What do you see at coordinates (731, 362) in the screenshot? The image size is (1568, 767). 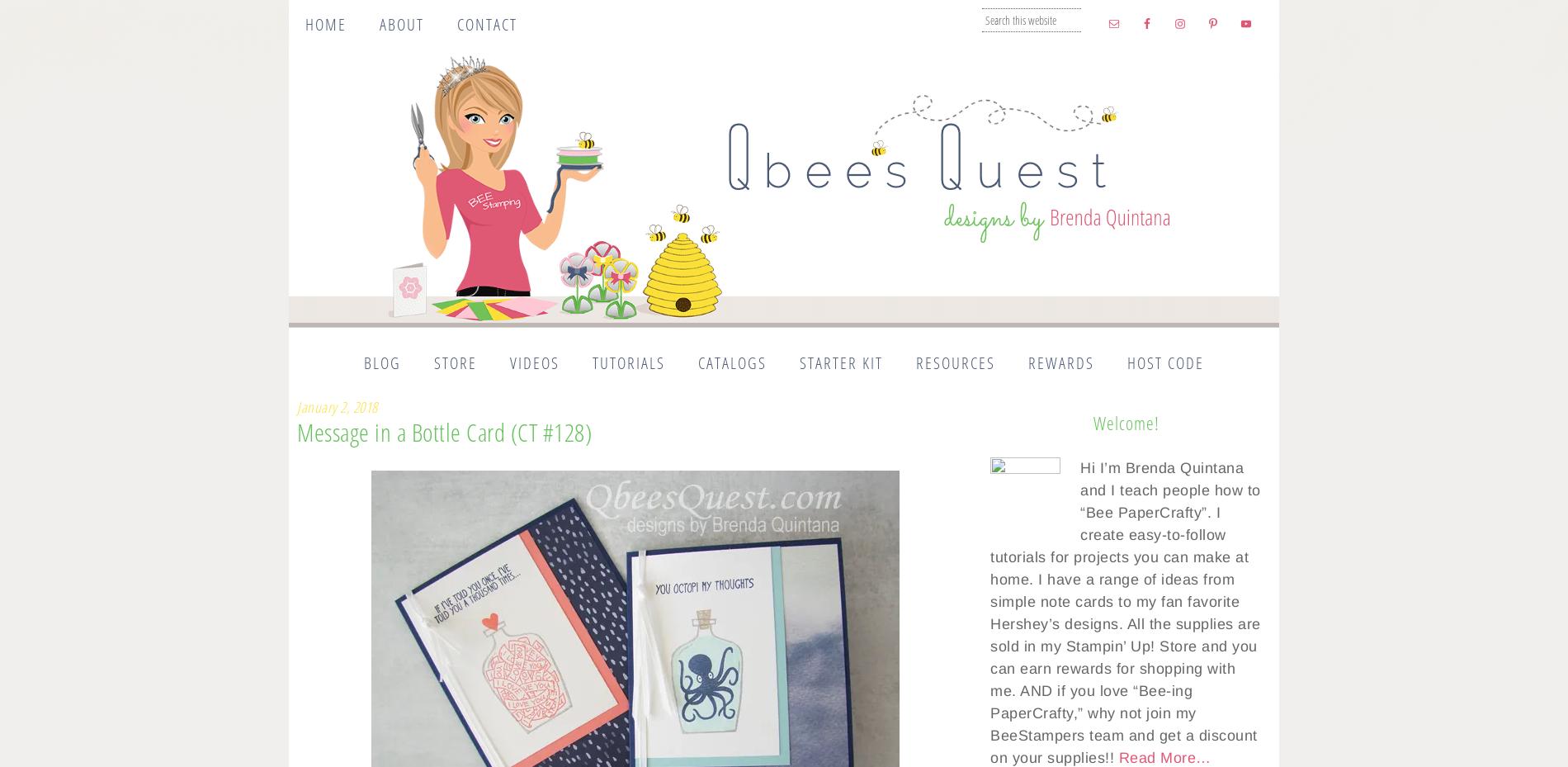 I see `'Catalogs'` at bounding box center [731, 362].